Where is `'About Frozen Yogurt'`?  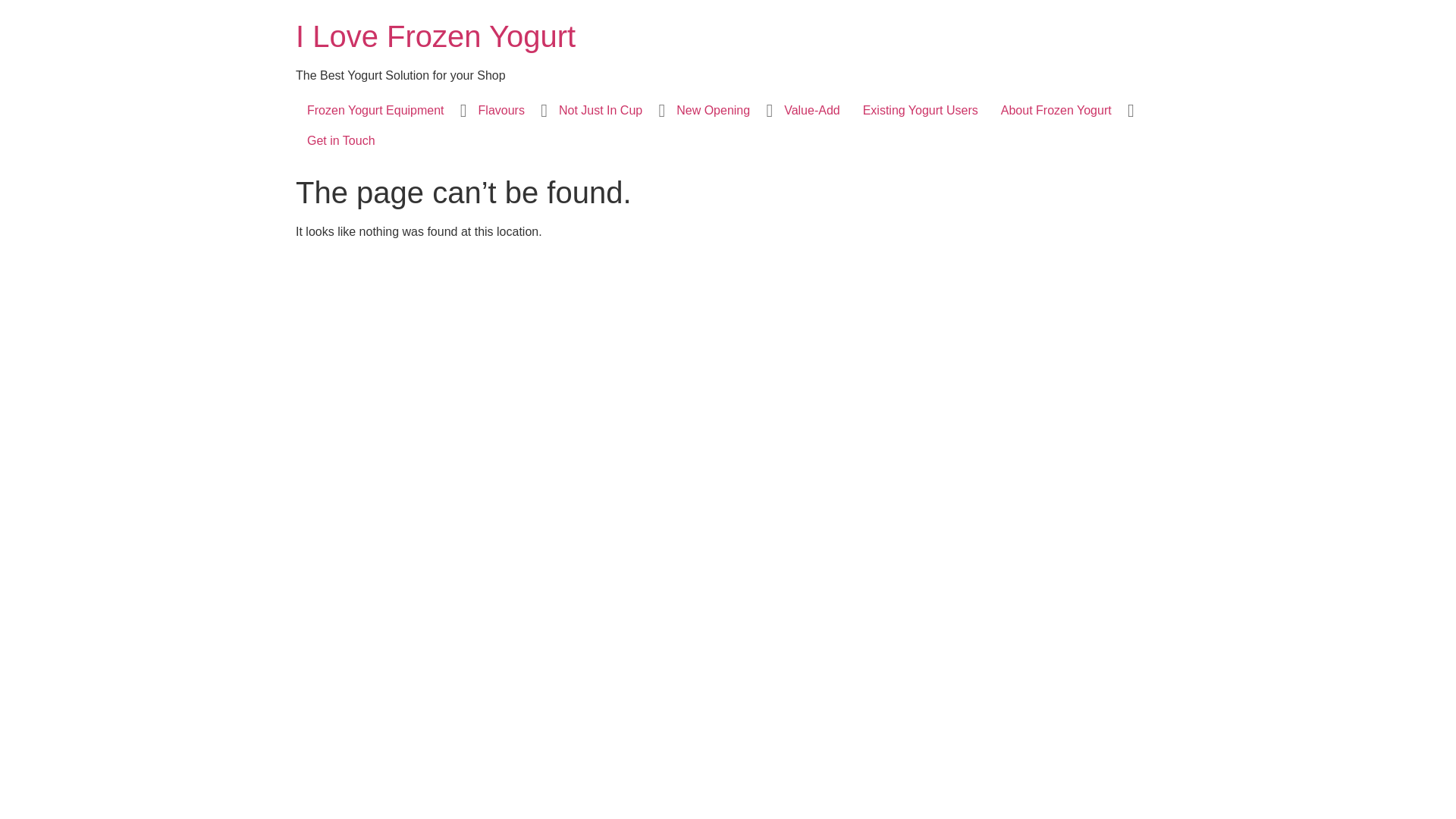
'About Frozen Yogurt' is located at coordinates (1055, 110).